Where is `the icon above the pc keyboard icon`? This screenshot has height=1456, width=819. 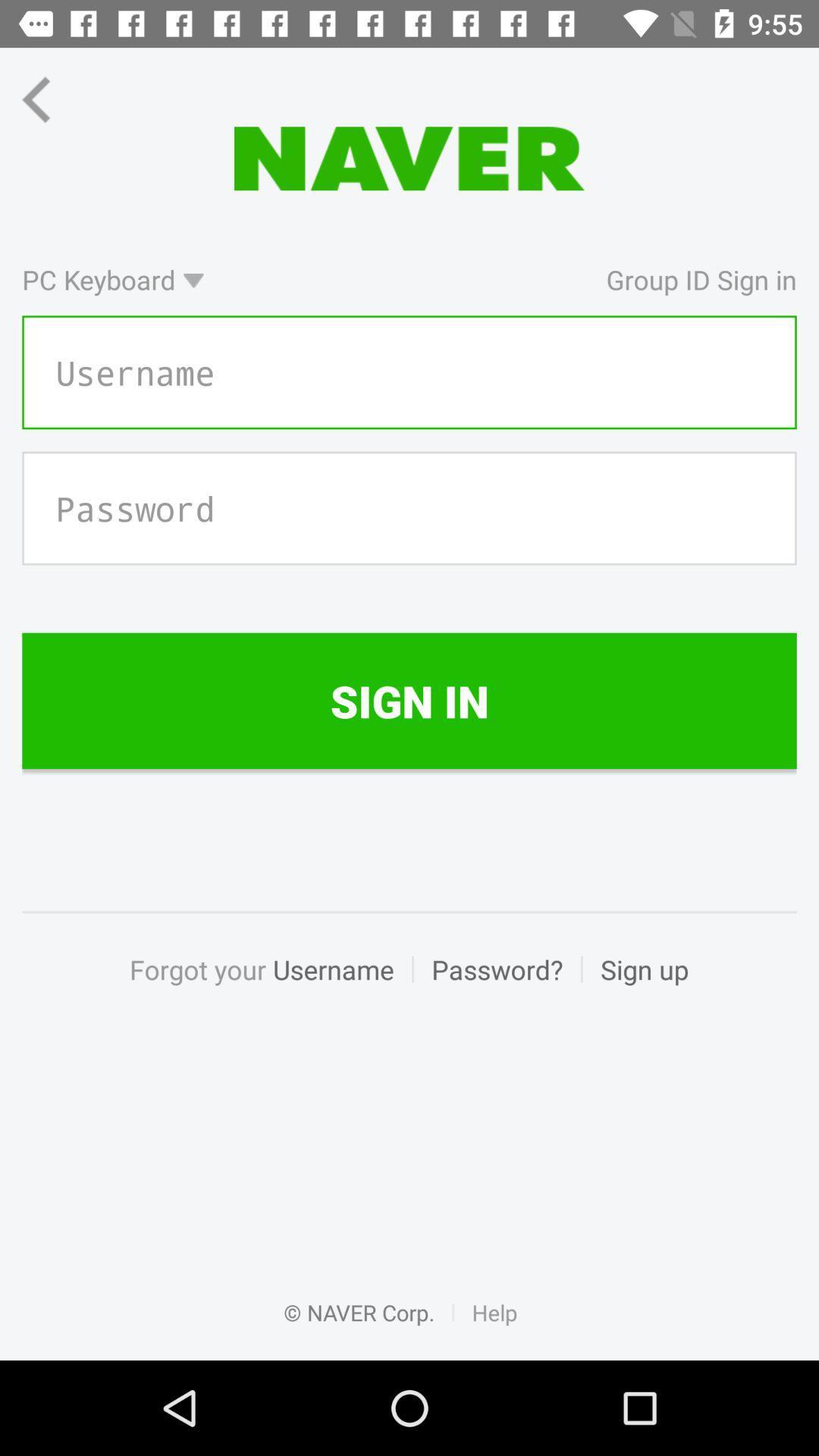 the icon above the pc keyboard icon is located at coordinates (49, 99).